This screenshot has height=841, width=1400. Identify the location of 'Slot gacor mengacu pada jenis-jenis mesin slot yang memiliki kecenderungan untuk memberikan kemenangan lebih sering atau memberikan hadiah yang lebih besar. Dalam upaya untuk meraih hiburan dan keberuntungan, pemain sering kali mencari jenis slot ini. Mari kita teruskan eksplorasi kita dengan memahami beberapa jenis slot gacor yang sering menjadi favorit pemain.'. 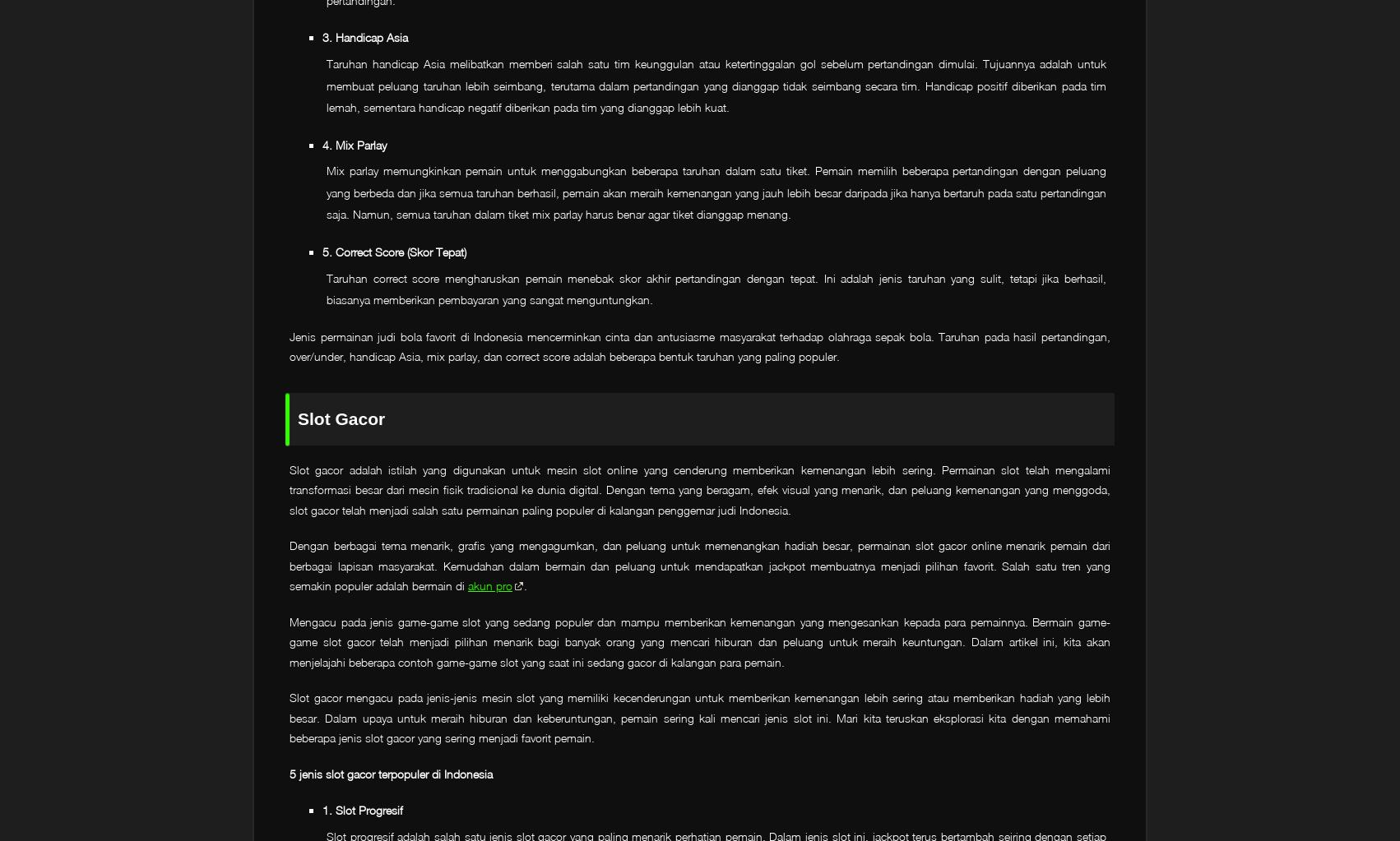
(700, 718).